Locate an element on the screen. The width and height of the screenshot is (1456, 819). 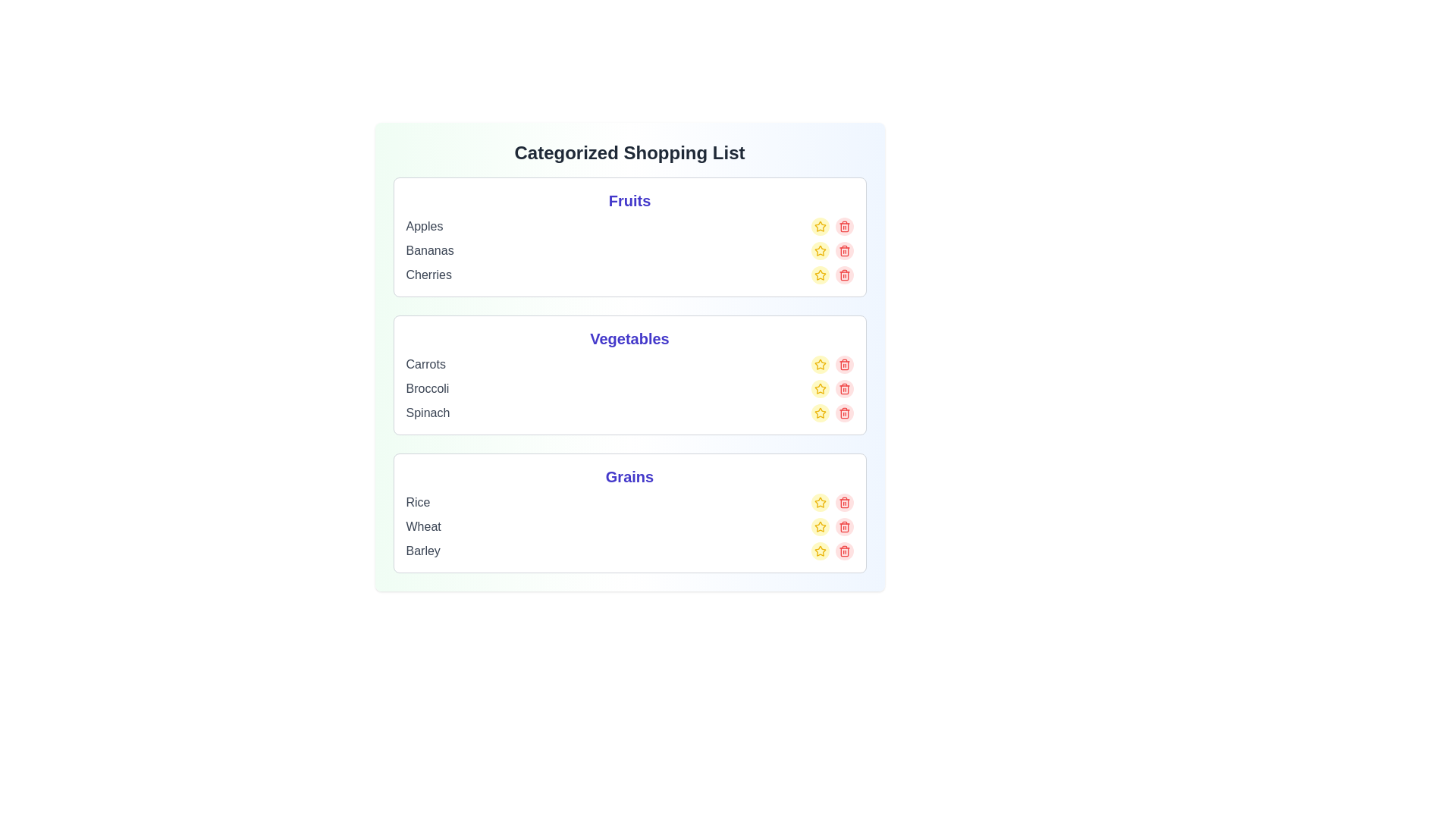
the delete button for the item Apples is located at coordinates (843, 227).